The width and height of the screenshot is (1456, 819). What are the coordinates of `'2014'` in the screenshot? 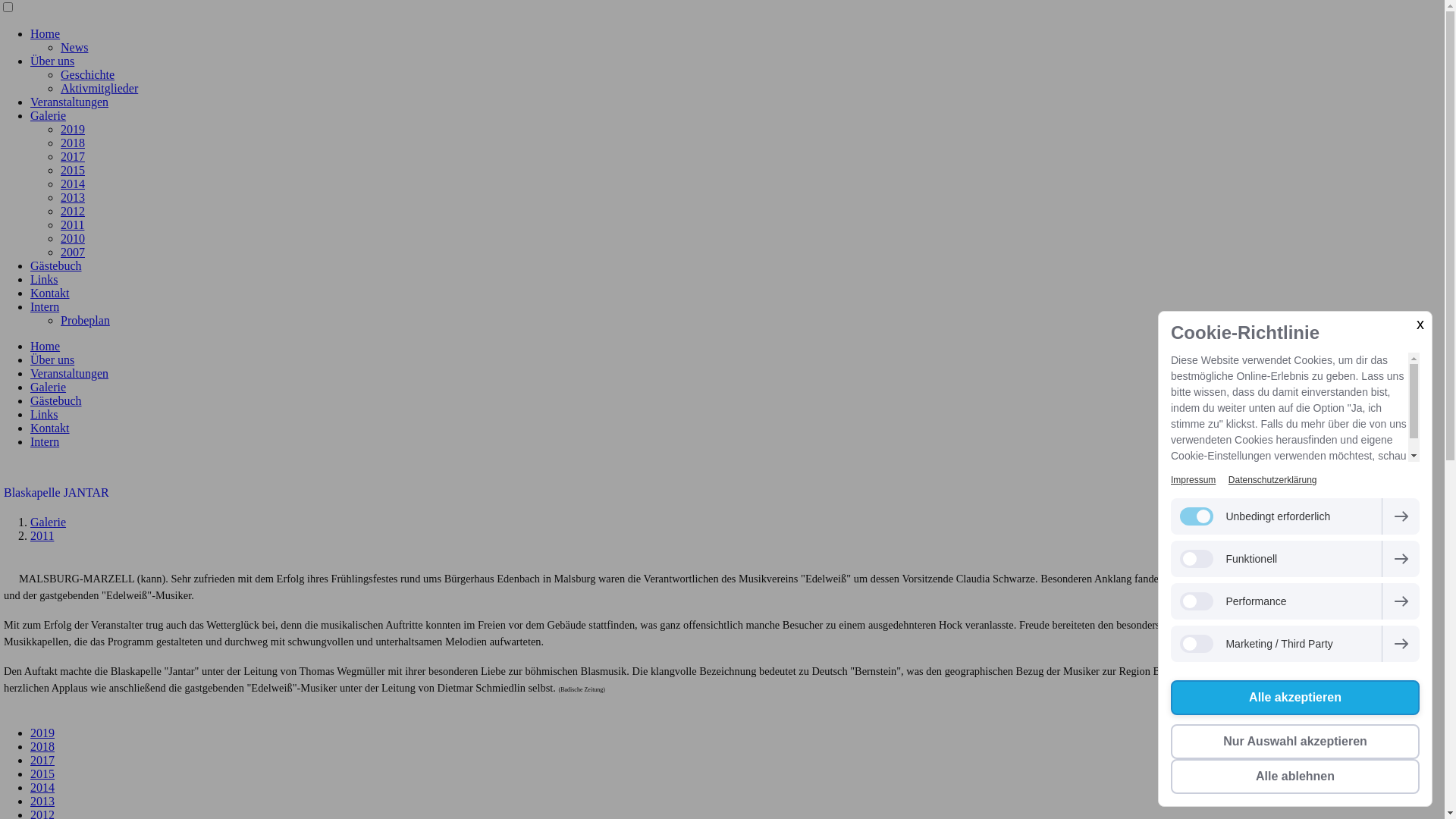 It's located at (72, 183).